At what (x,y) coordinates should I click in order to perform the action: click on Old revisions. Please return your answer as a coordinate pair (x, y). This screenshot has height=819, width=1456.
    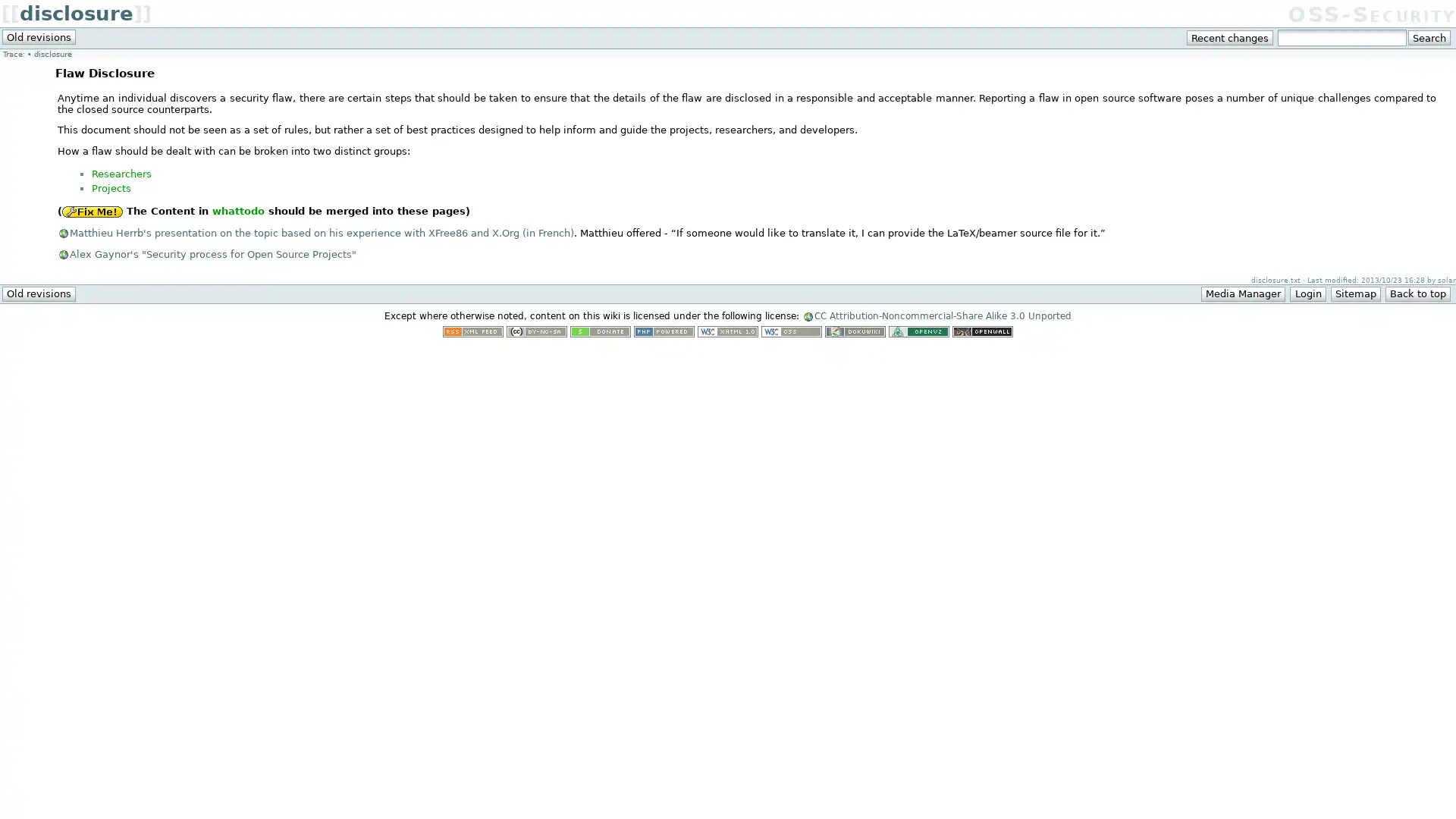
    Looking at the image, I should click on (39, 293).